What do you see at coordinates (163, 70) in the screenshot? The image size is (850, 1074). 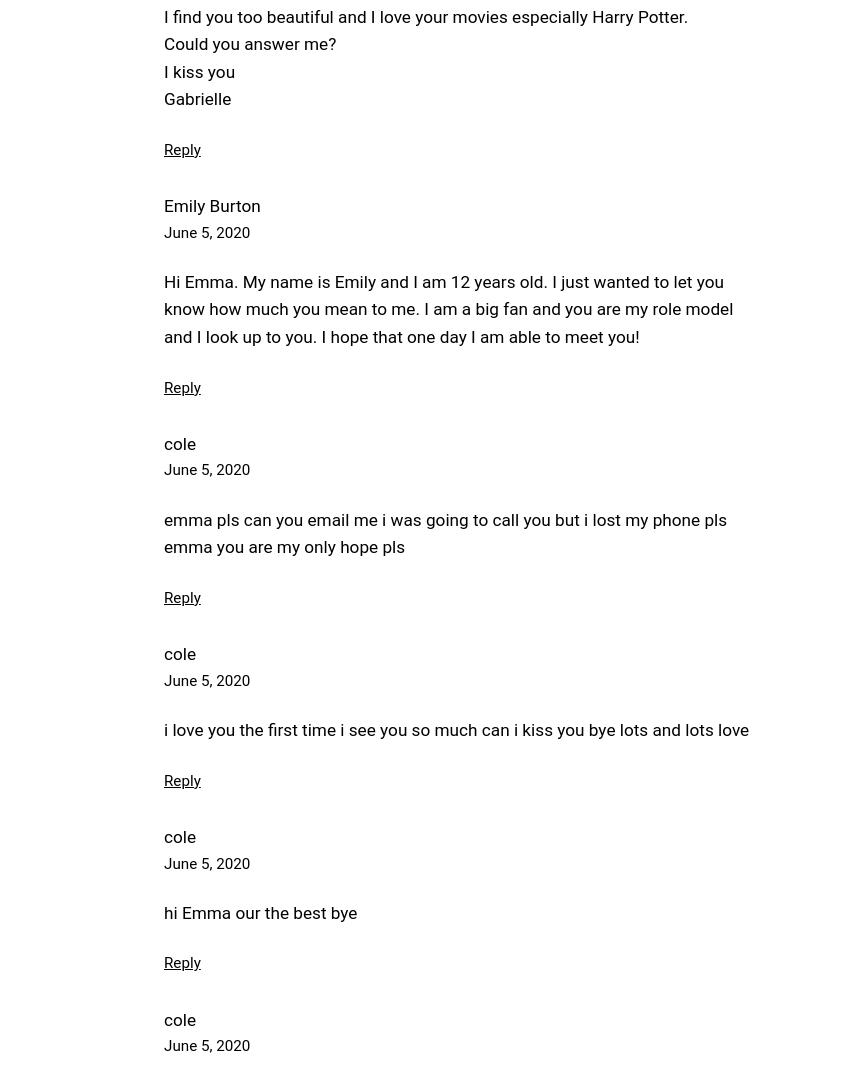 I see `'I kiss you'` at bounding box center [163, 70].